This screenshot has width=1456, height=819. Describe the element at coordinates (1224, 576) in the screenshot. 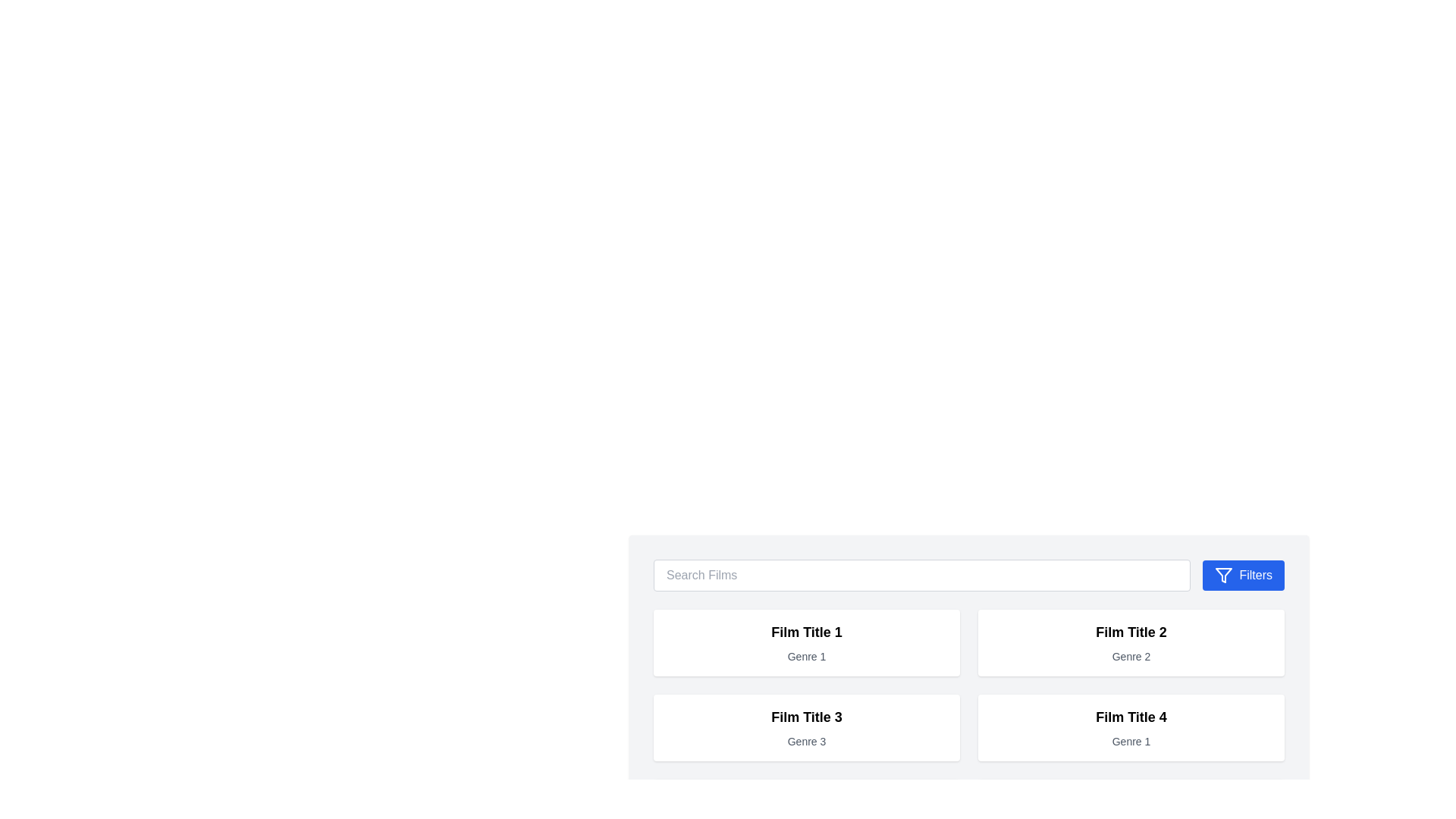

I see `the filter SVG icon located within the 'Filters' button in the top-right portion of the grid layout, which is adjacent to the search bar` at that location.